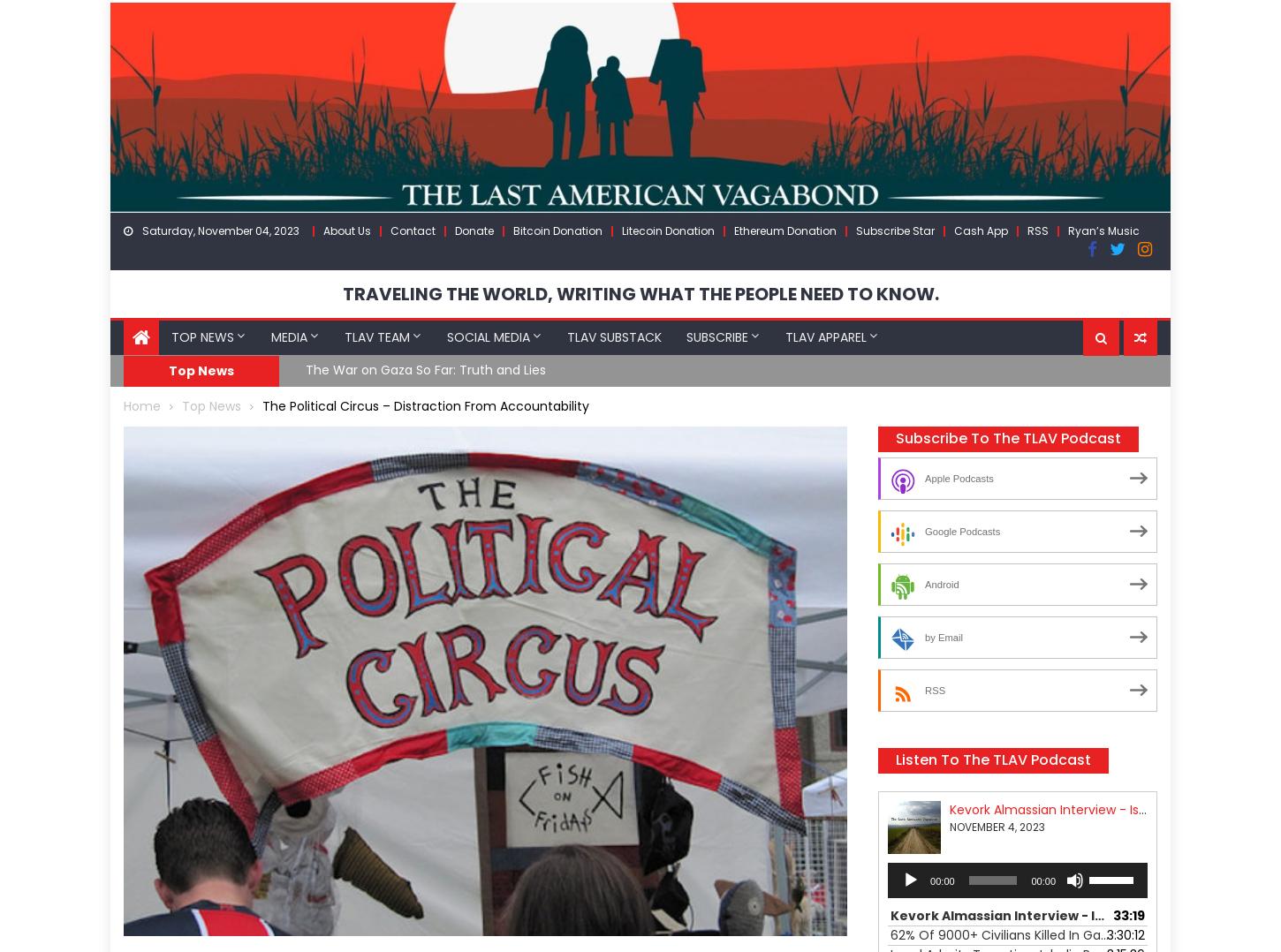  What do you see at coordinates (1106, 933) in the screenshot?
I see `'3:30:12'` at bounding box center [1106, 933].